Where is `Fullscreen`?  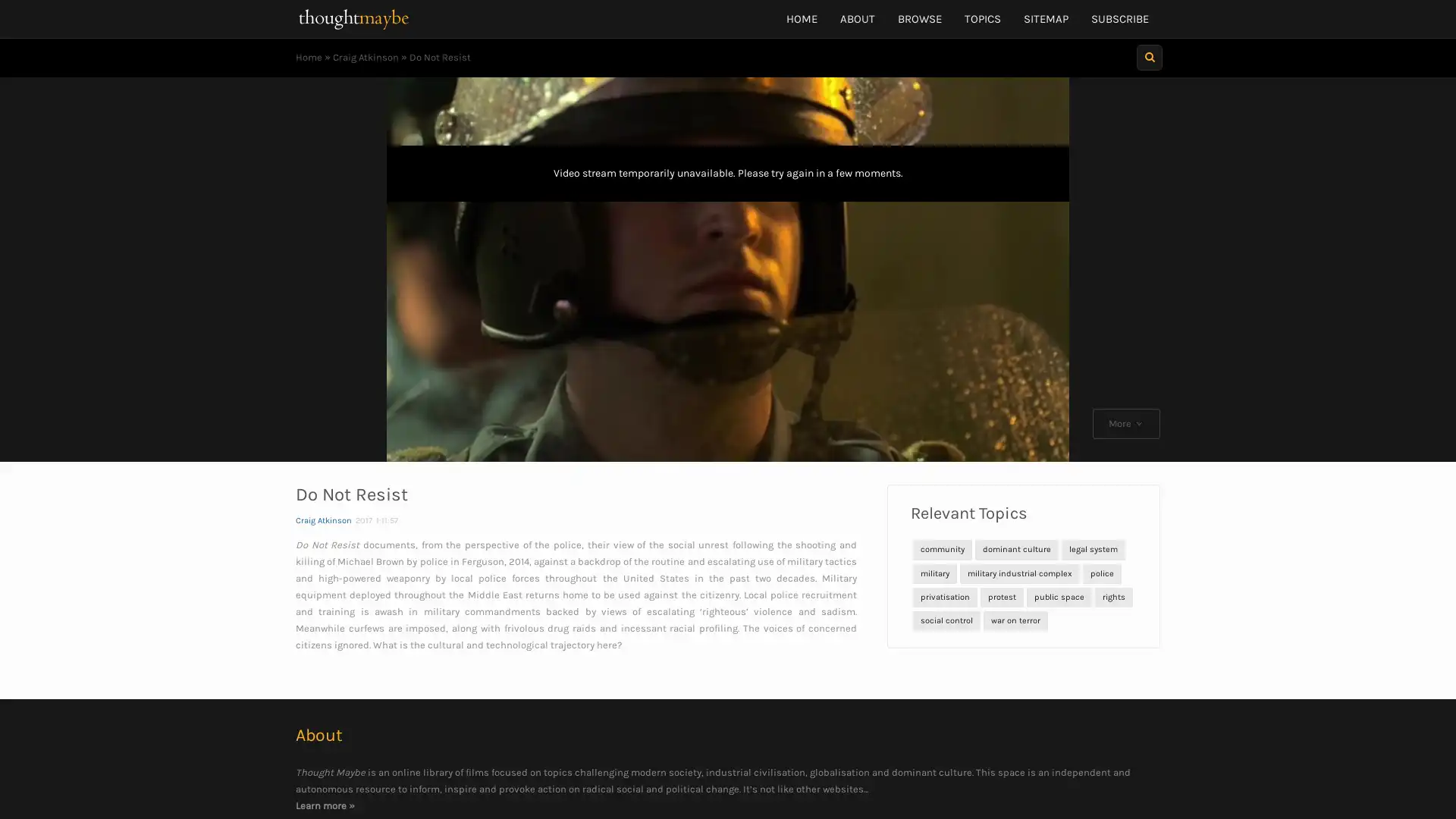
Fullscreen is located at coordinates (1048, 446).